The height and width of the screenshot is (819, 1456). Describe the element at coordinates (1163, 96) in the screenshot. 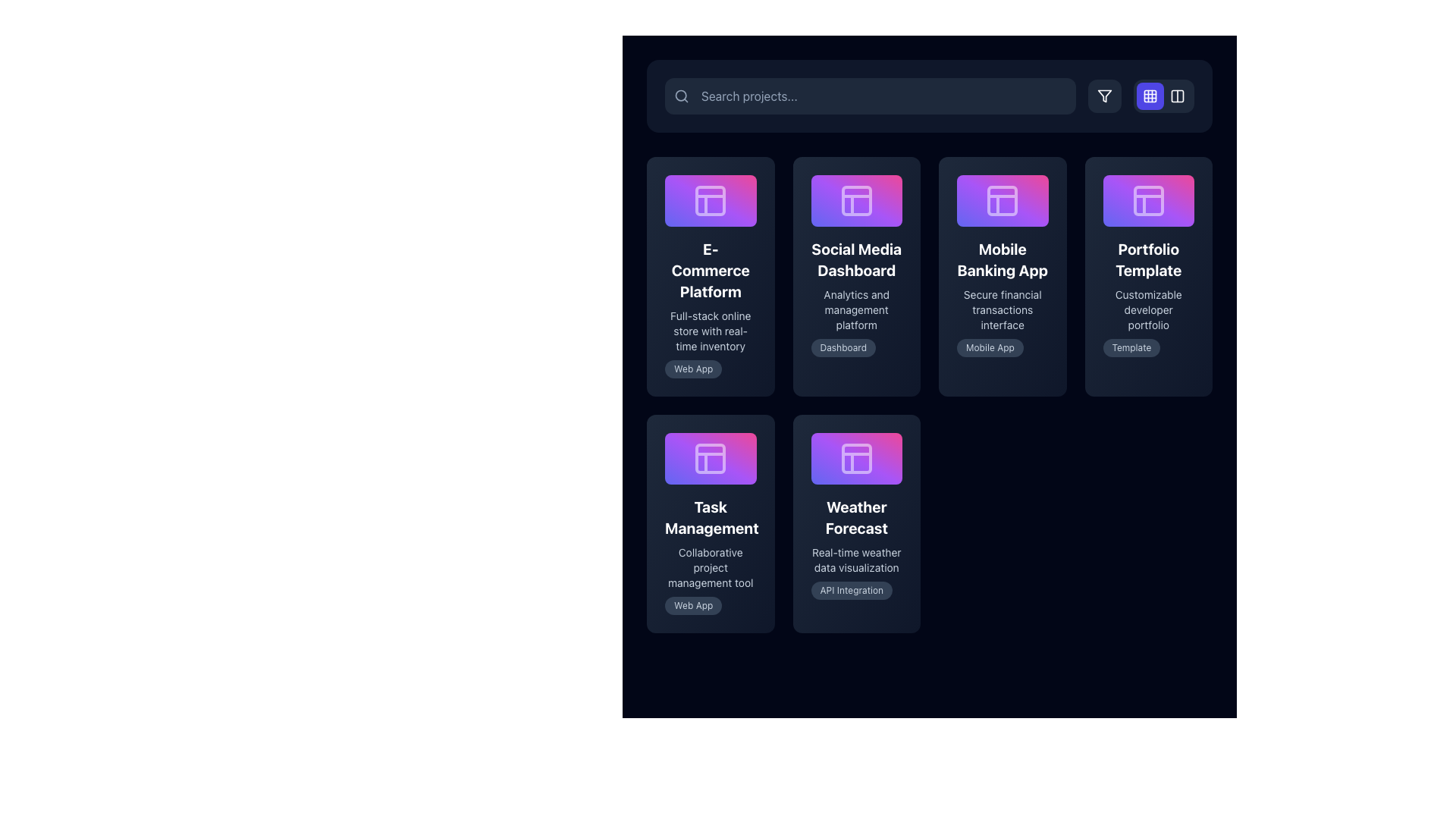

I see `the rounded rectangular purple button with a white grid icon` at that location.